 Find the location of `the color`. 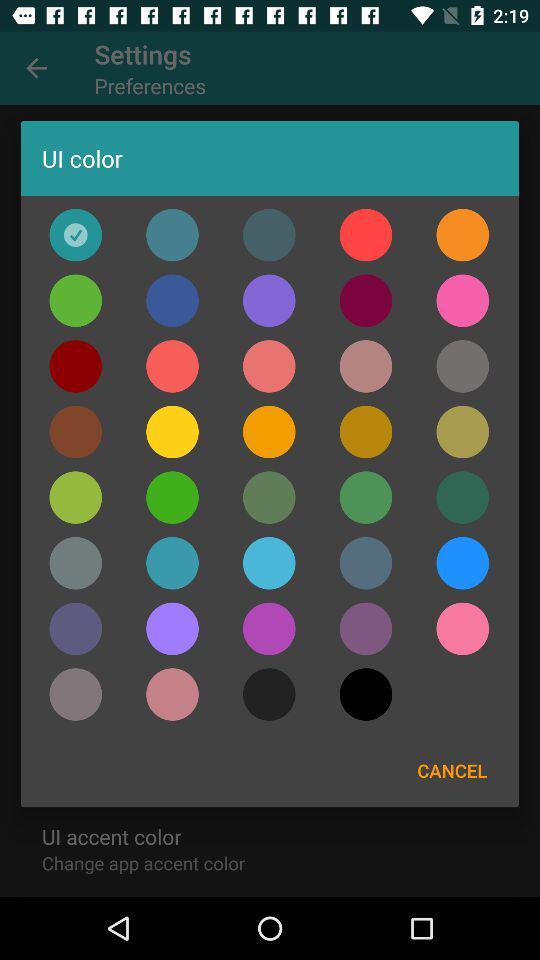

the color is located at coordinates (172, 563).